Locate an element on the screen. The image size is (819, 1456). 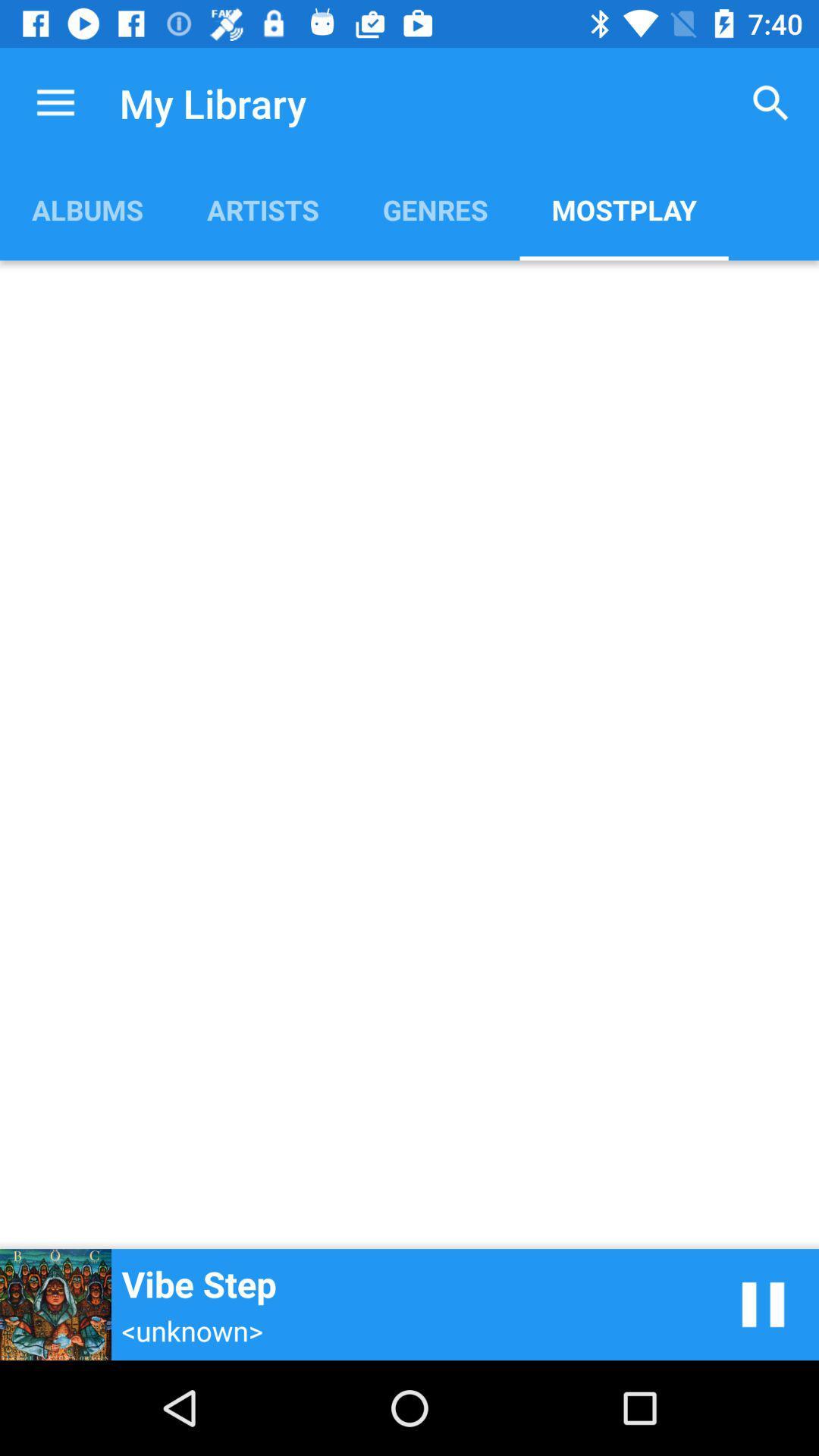
the app below albums item is located at coordinates (409, 755).